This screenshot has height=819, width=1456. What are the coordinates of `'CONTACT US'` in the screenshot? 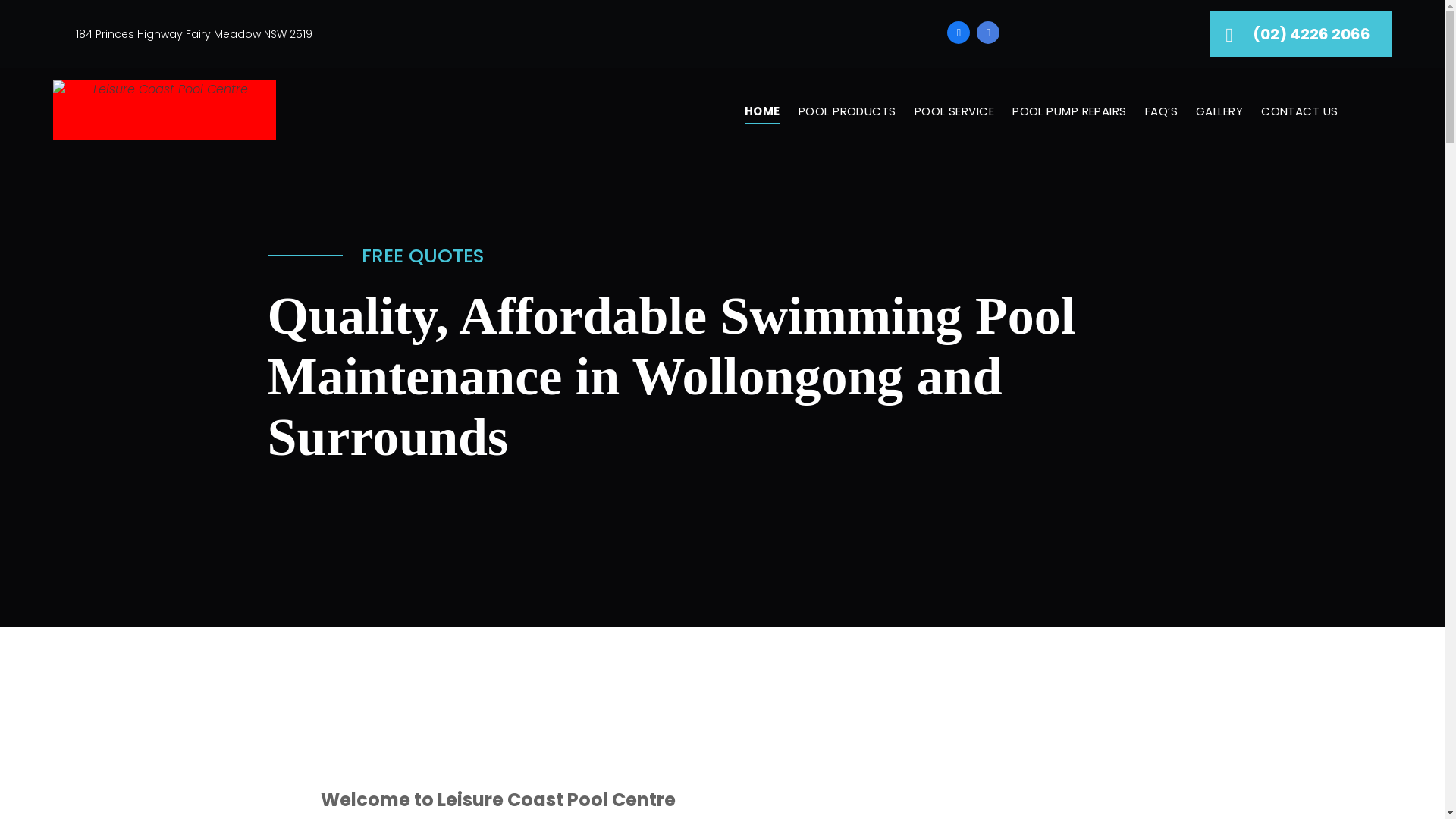 It's located at (1298, 111).